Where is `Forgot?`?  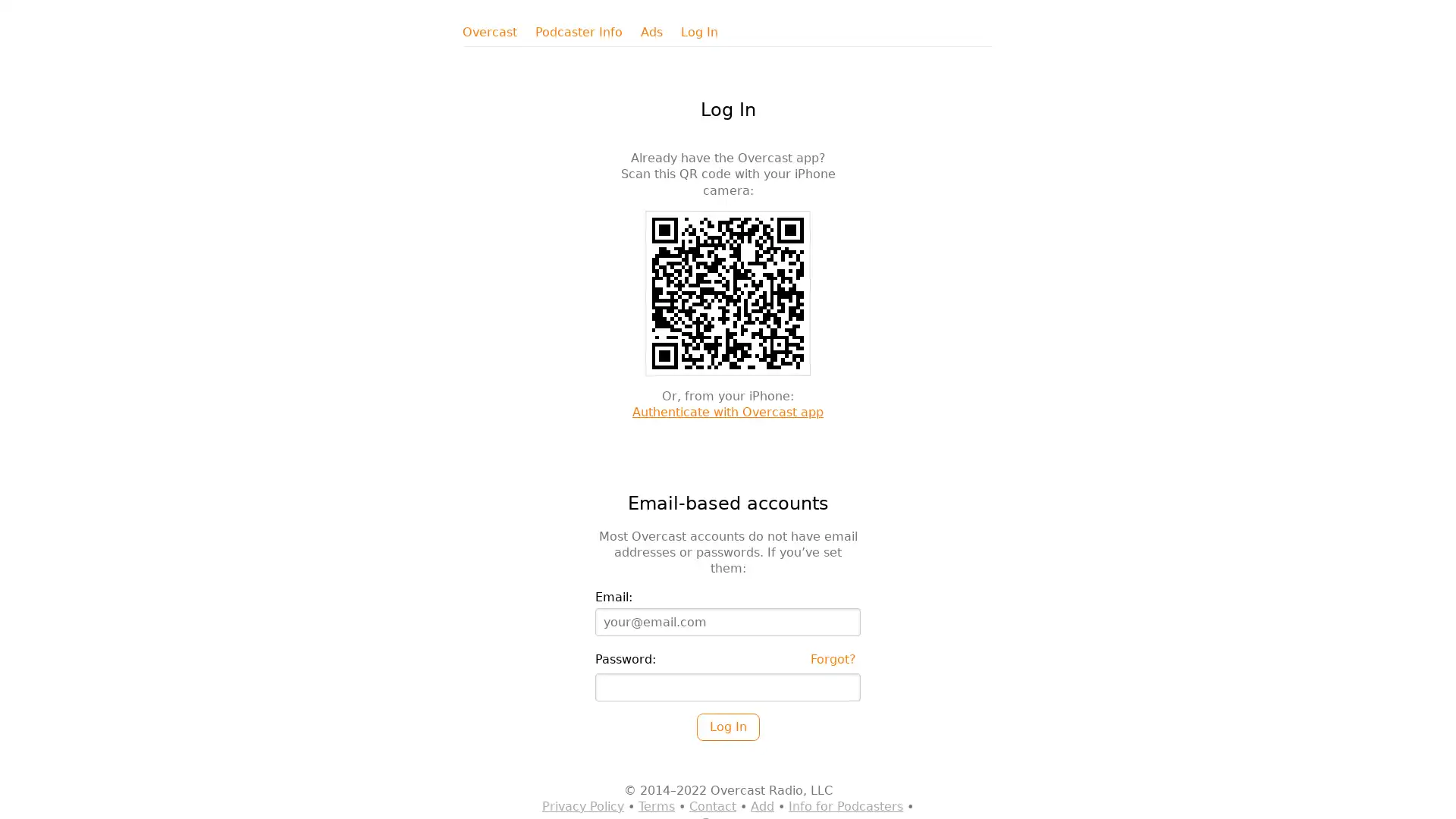
Forgot? is located at coordinates (833, 657).